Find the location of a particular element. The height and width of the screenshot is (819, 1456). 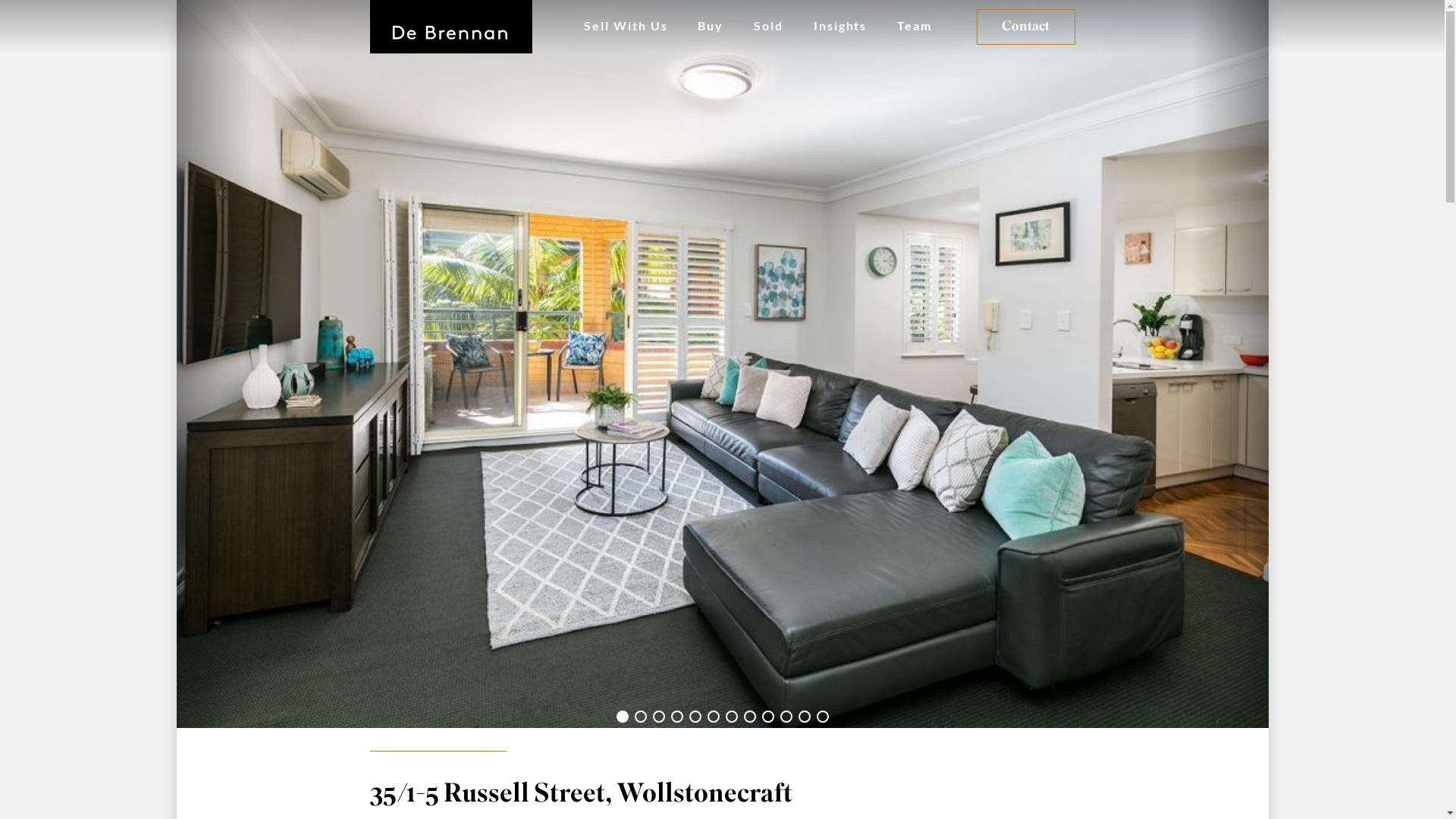

'9' is located at coordinates (767, 717).